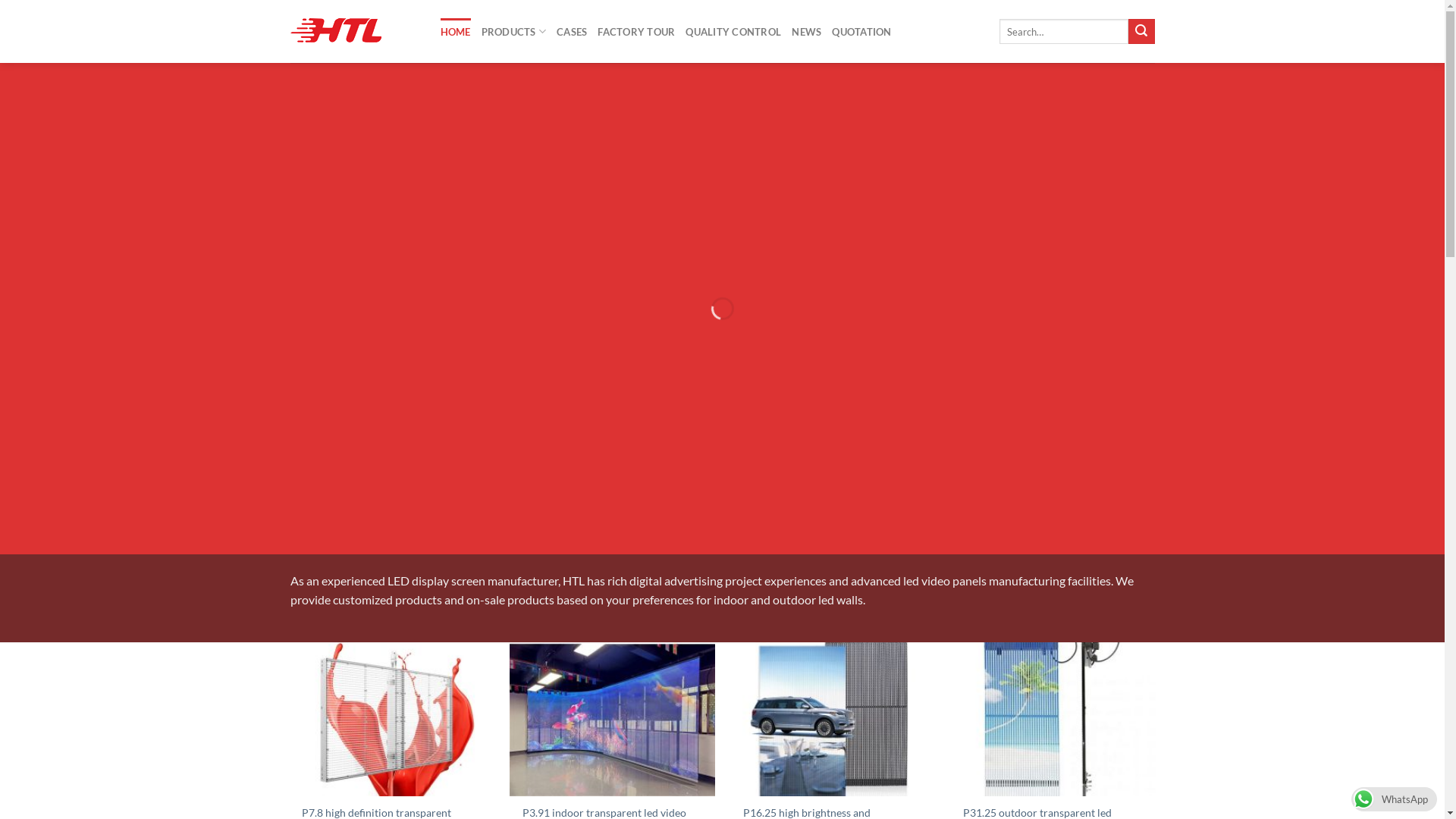 Image resolution: width=1456 pixels, height=819 pixels. I want to click on 'FACTORY TOUR', so click(636, 32).